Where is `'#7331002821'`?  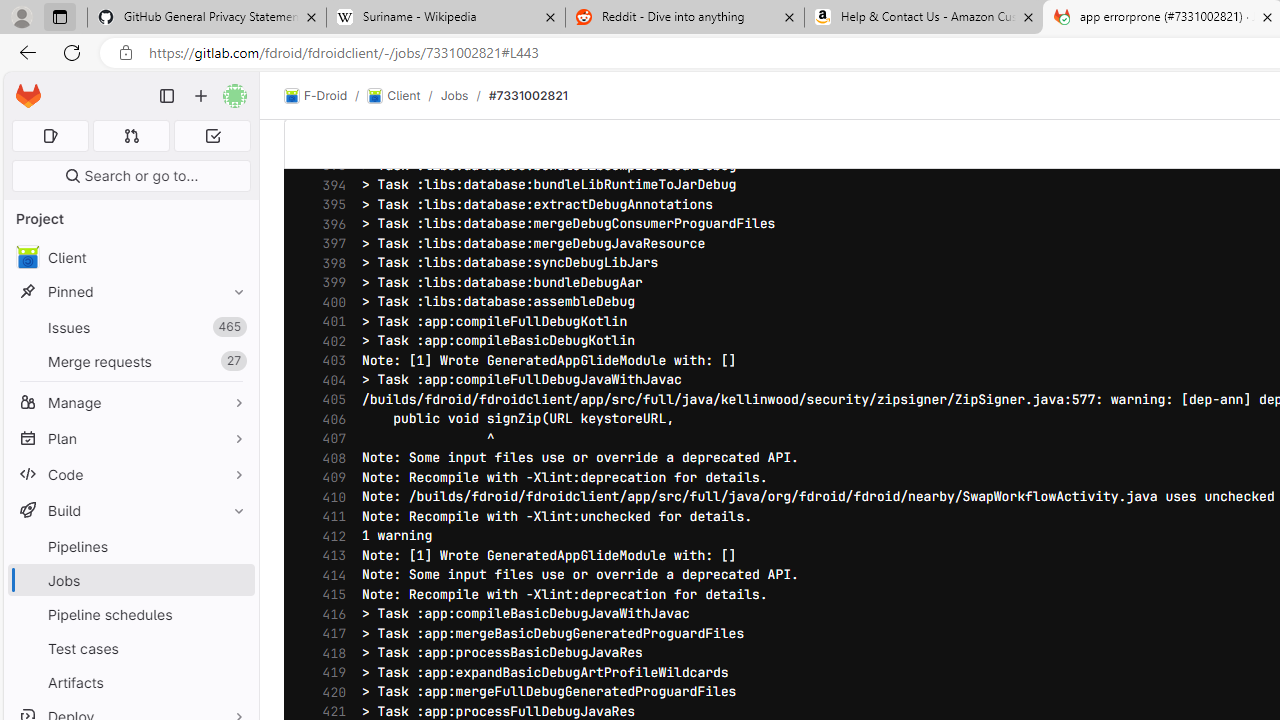
'#7331002821' is located at coordinates (528, 95).